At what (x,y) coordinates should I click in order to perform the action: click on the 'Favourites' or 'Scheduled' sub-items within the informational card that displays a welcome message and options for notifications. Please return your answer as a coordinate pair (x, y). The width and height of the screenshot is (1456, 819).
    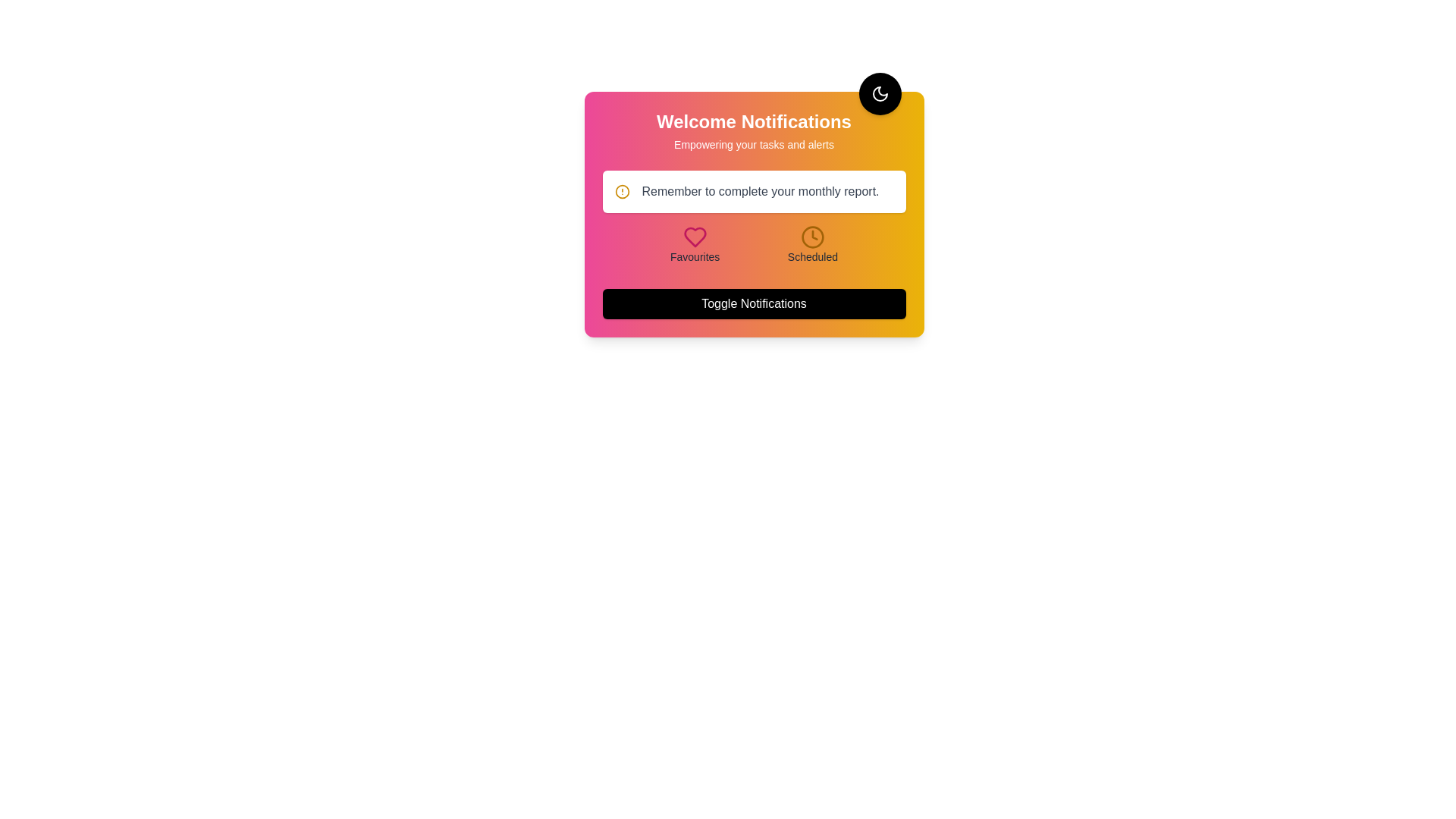
    Looking at the image, I should click on (754, 214).